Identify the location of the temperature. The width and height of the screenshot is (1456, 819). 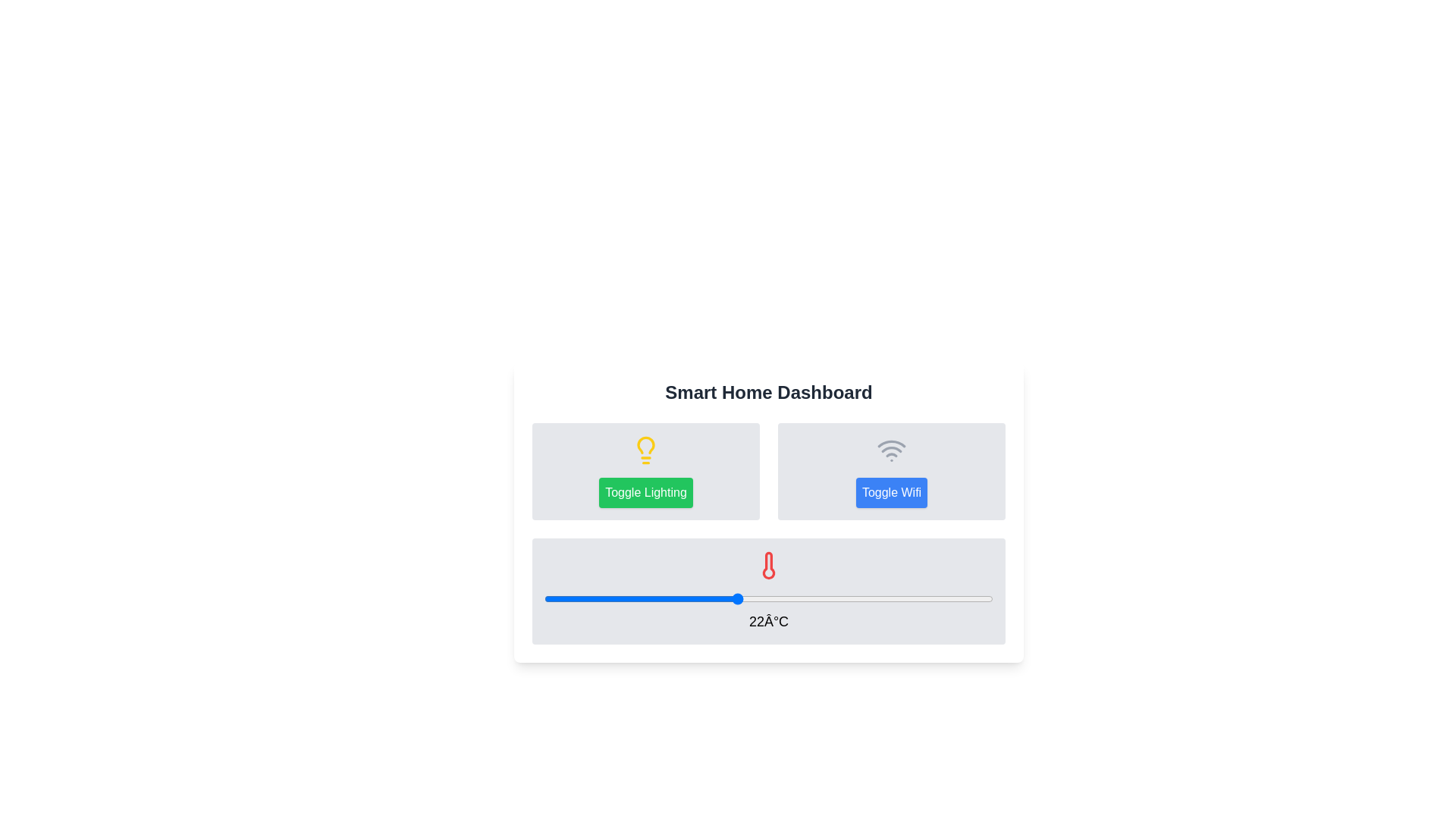
(832, 598).